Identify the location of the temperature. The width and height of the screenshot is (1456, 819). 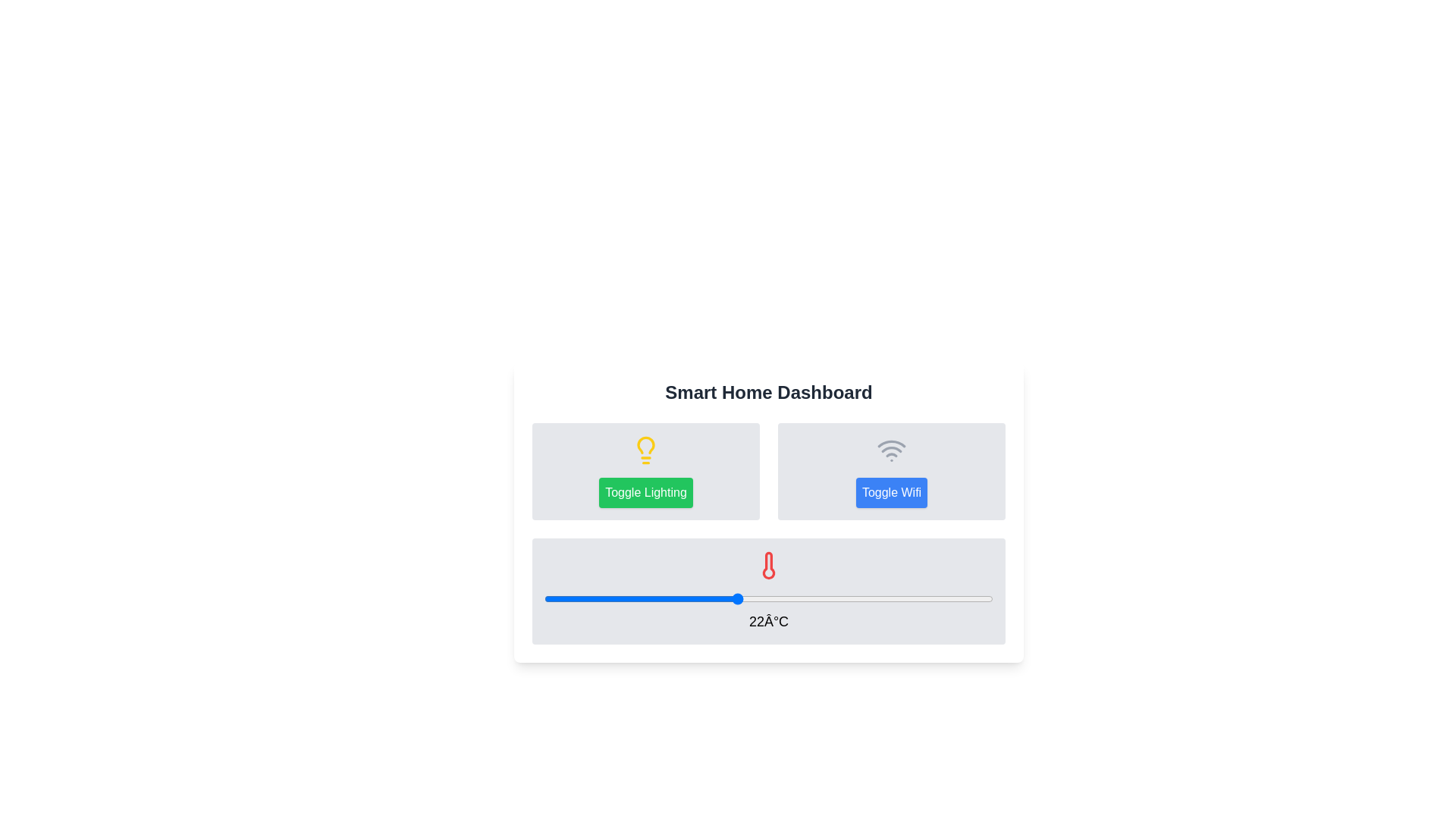
(832, 598).